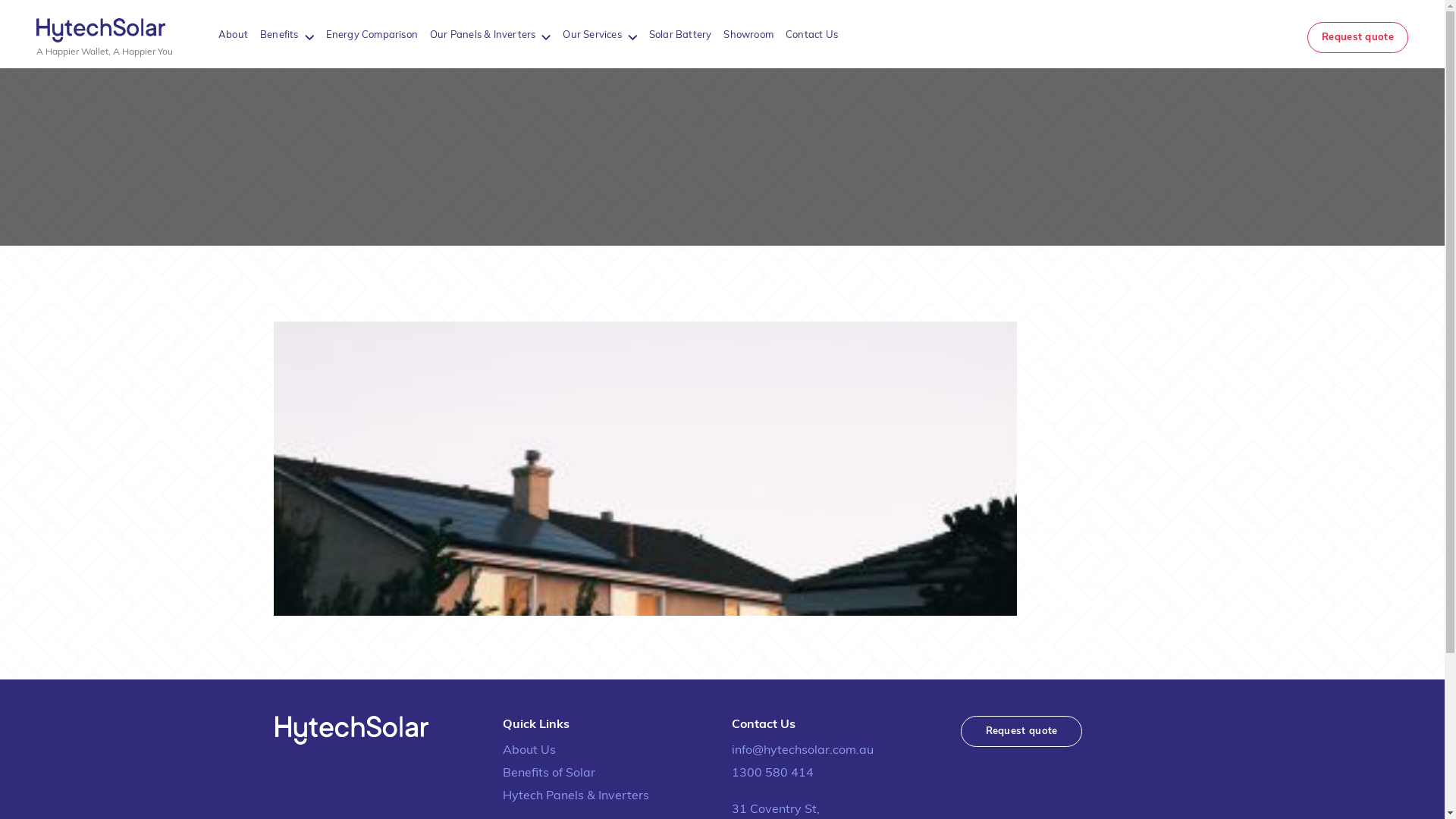  Describe the element at coordinates (1021, 730) in the screenshot. I see `'Request quote'` at that location.